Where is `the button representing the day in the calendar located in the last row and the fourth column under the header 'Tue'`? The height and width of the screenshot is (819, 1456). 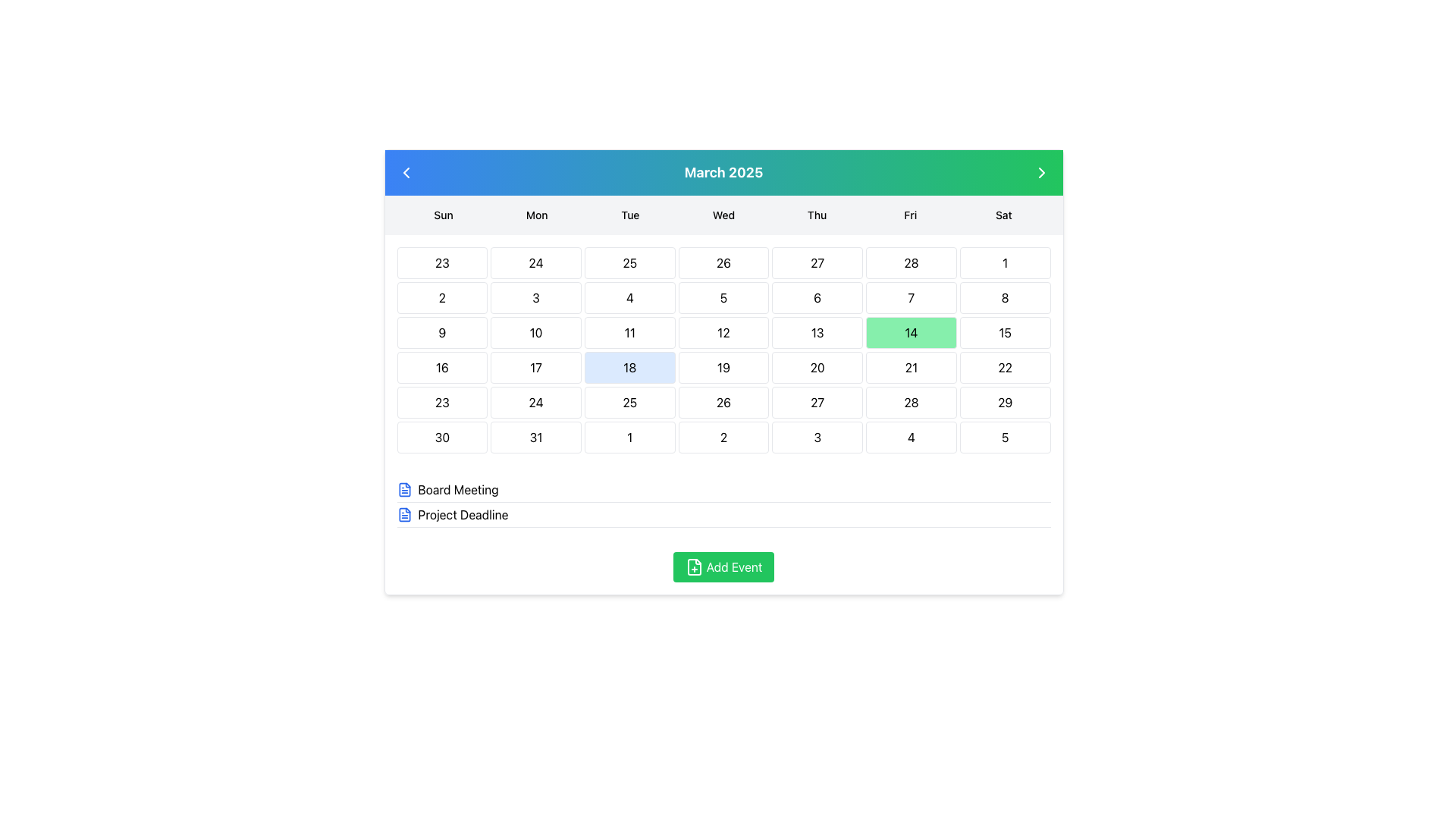
the button representing the day in the calendar located in the last row and the fourth column under the header 'Tue' is located at coordinates (629, 438).